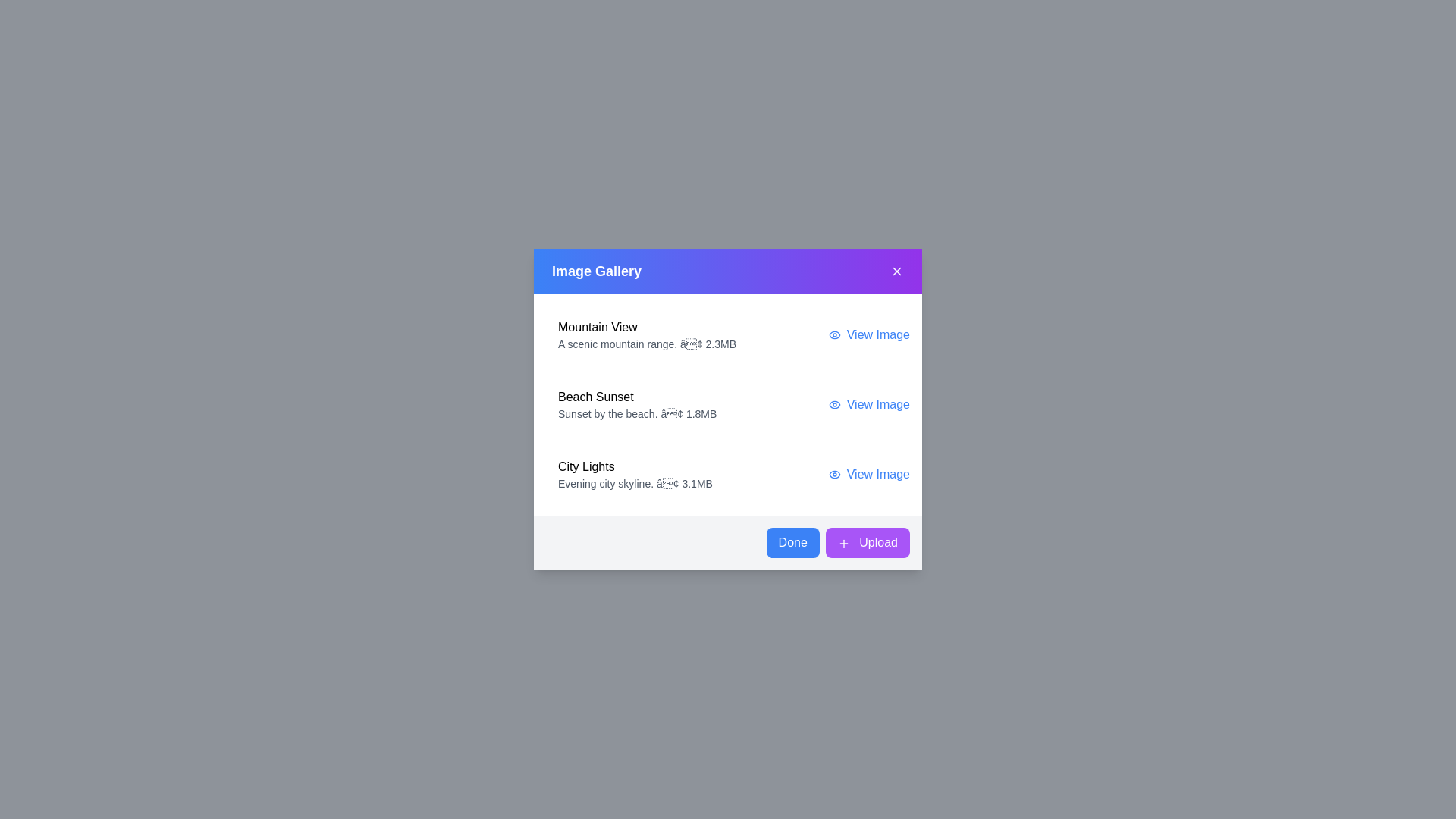  What do you see at coordinates (869, 334) in the screenshot?
I see `the 'View Image' link for the image titled 'Mountain View'` at bounding box center [869, 334].